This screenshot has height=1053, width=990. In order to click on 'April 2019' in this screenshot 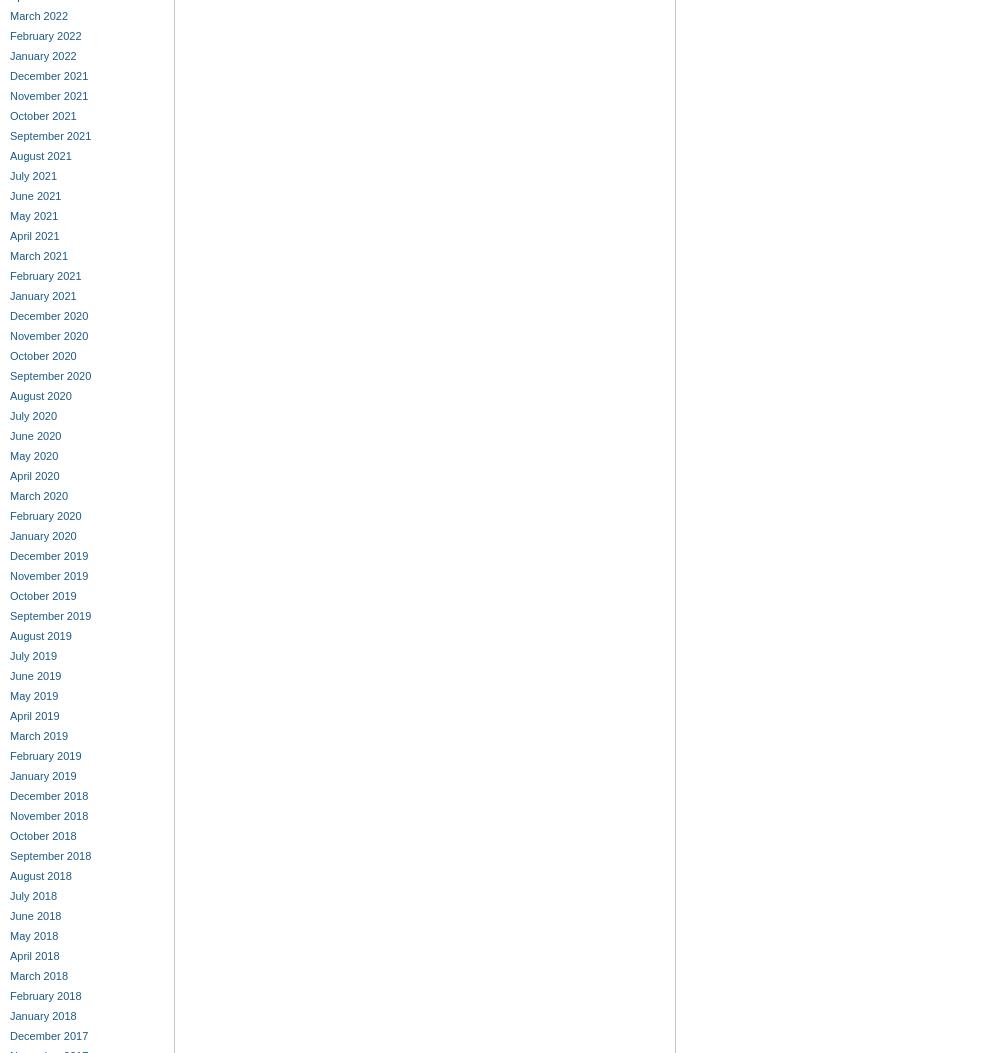, I will do `click(33, 716)`.